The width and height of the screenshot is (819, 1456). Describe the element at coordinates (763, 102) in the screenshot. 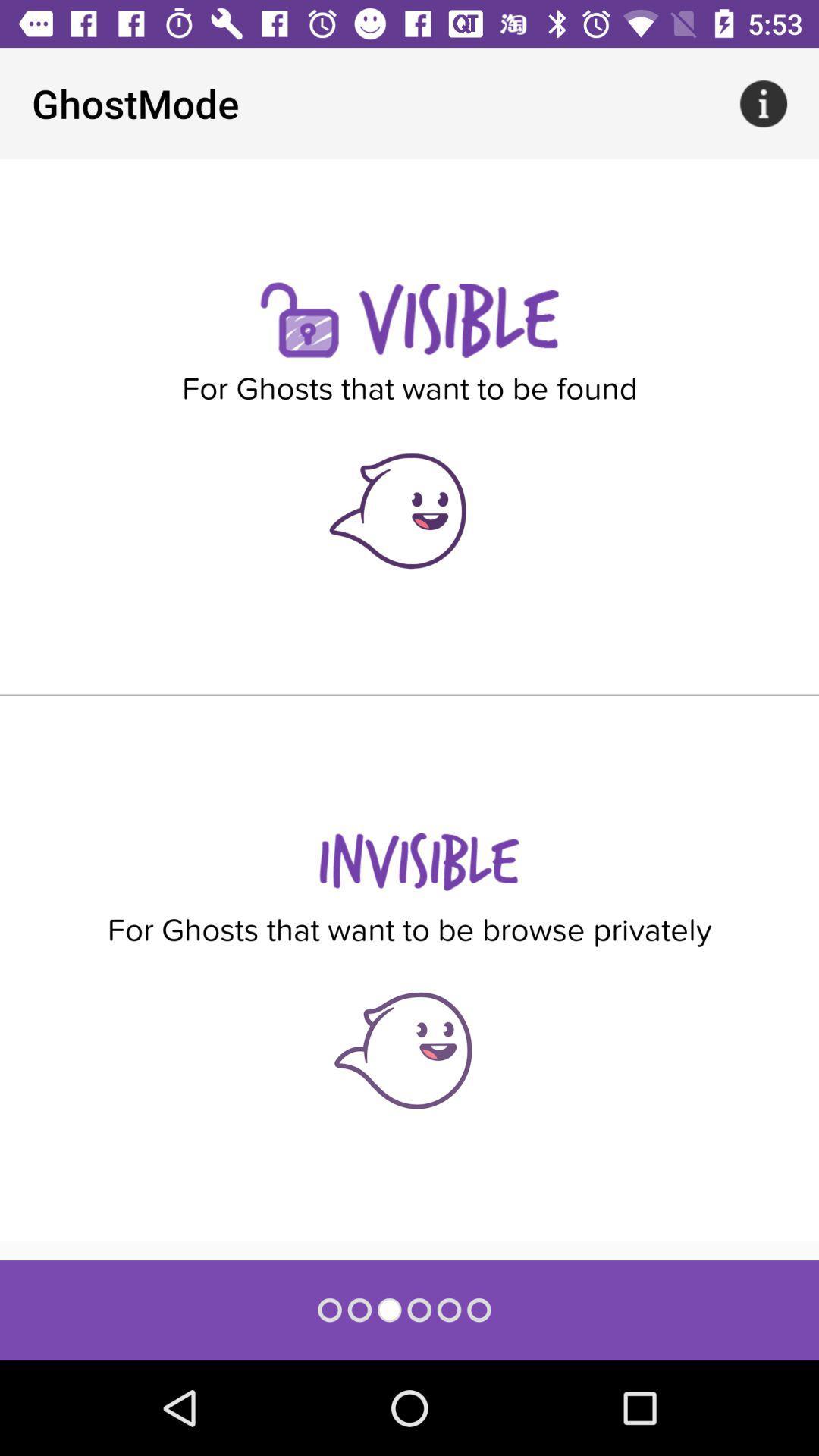

I see `the icon to the right of ghostmode` at that location.